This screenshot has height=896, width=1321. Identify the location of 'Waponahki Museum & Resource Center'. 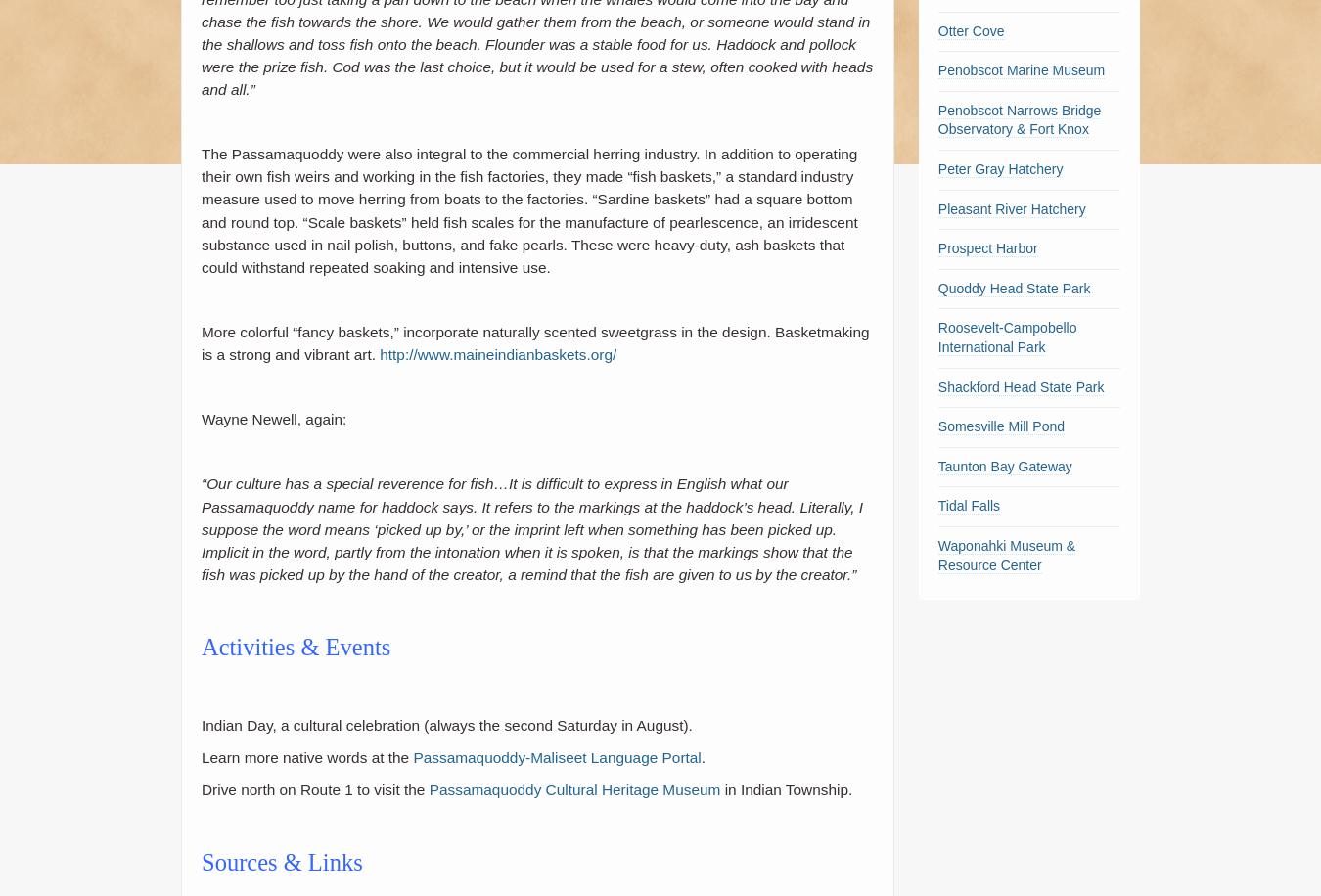
(1006, 554).